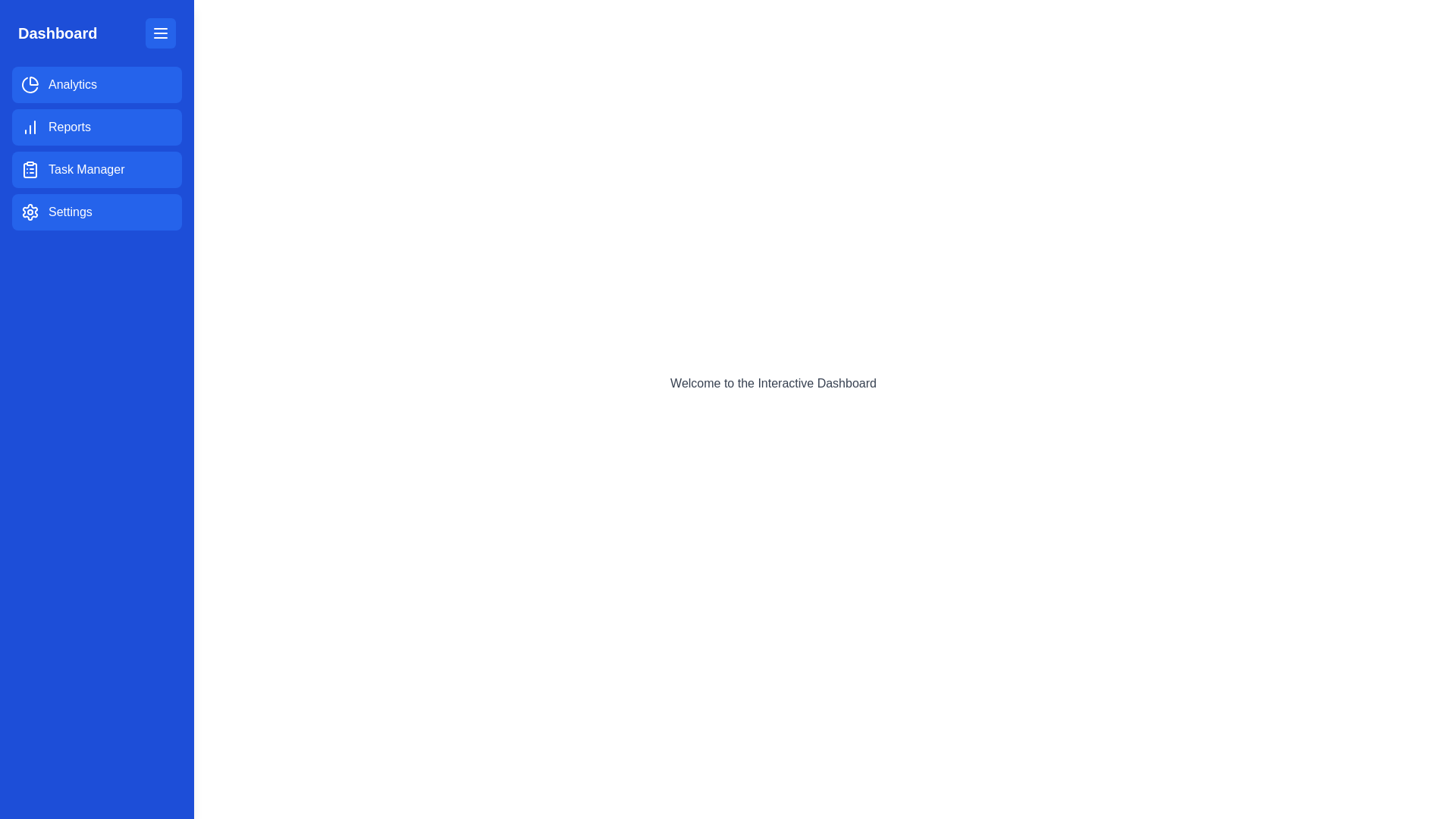  What do you see at coordinates (773, 382) in the screenshot?
I see `the header containing the text 'Welcome to the Interactive Dashboard' to read its content` at bounding box center [773, 382].